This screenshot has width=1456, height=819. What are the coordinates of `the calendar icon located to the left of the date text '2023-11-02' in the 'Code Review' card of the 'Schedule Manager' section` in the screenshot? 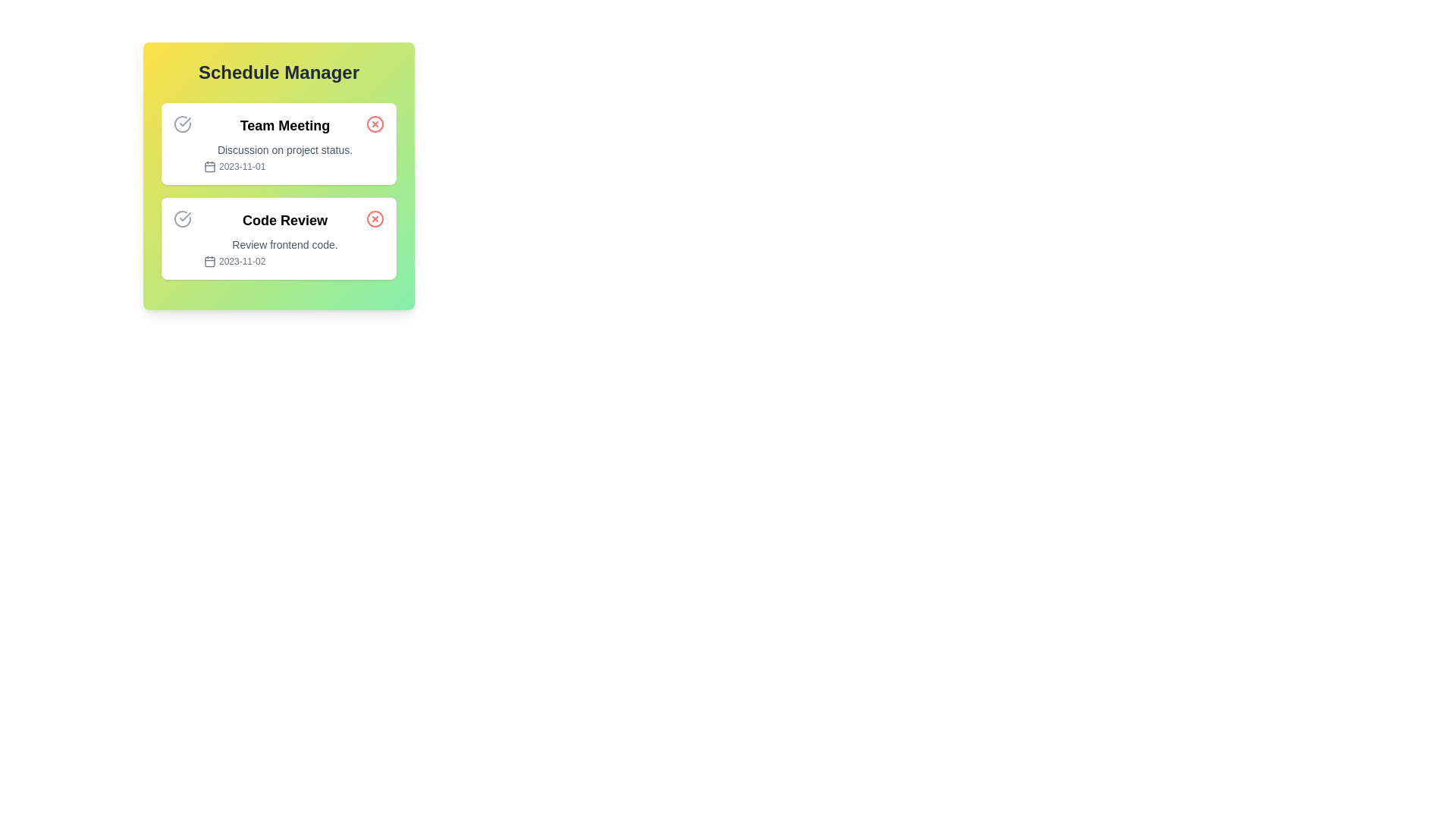 It's located at (209, 260).